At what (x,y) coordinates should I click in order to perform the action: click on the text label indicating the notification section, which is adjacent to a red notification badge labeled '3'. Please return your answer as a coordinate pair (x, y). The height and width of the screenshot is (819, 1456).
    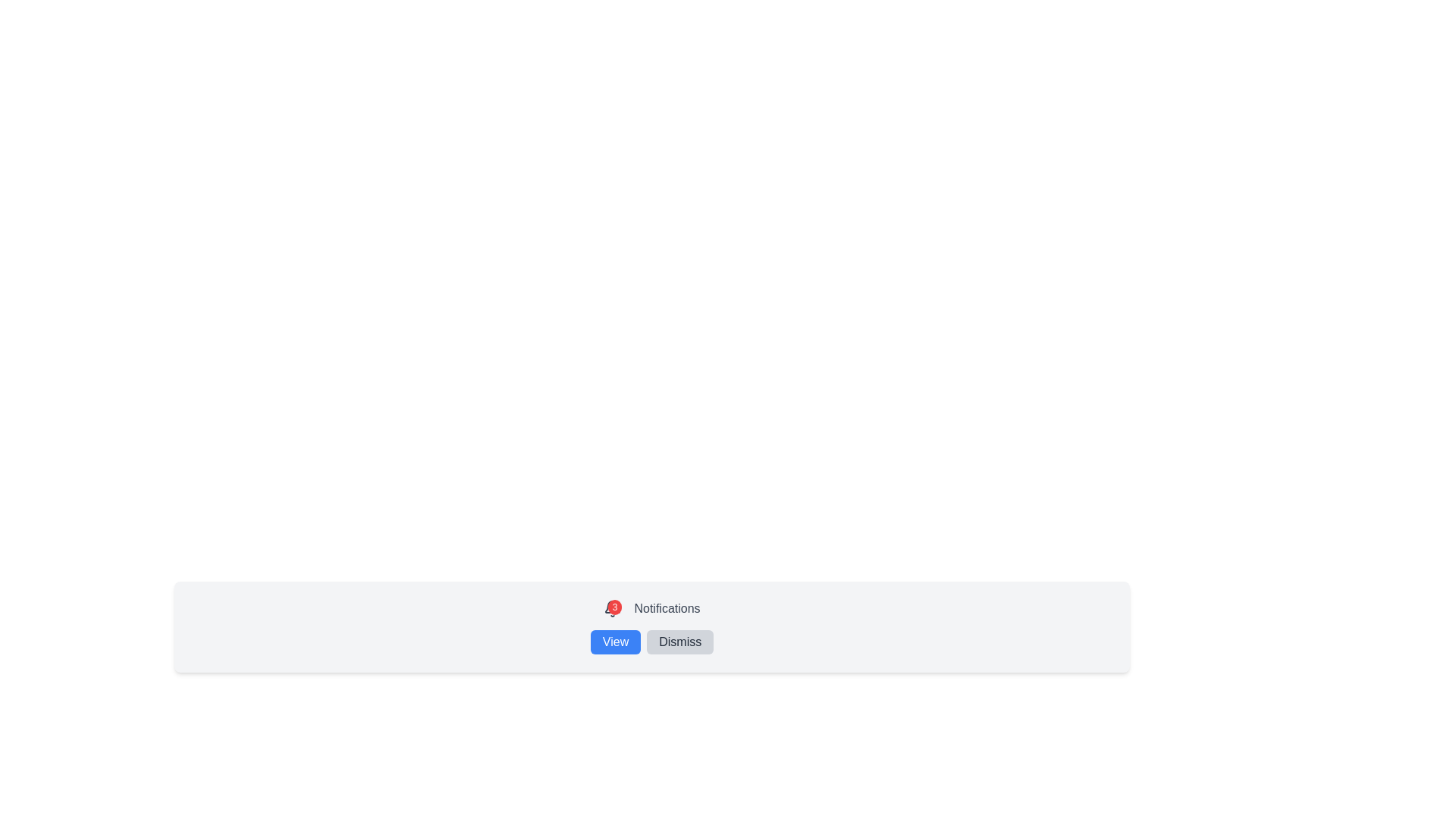
    Looking at the image, I should click on (667, 607).